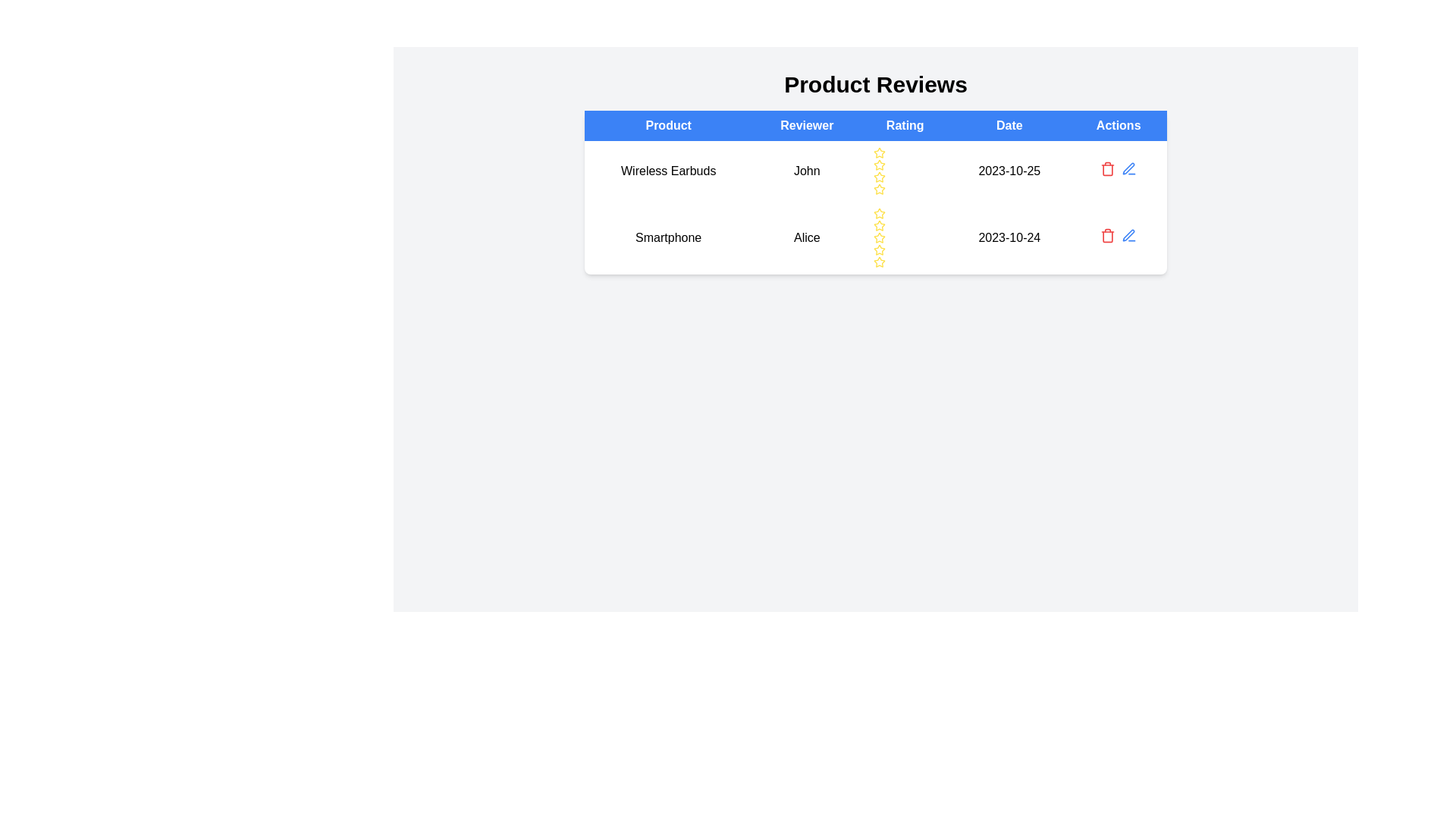 This screenshot has width=1456, height=819. I want to click on the last yellow star icon in the rating row for John in the 'Wireless Earbuds' product reviews table, located in the 'Rating' column, so click(880, 189).